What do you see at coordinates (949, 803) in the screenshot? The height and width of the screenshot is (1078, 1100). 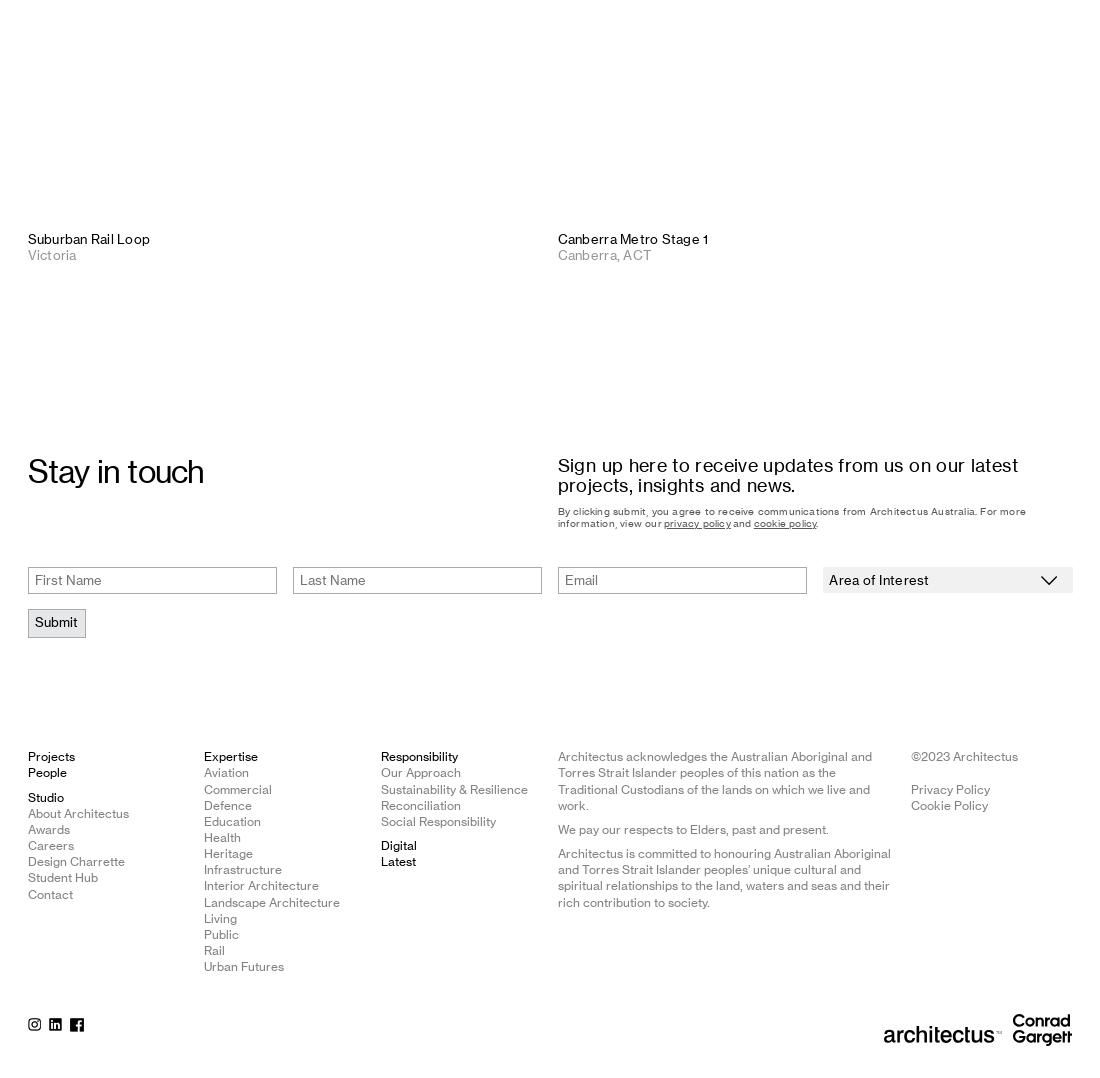 I see `'Cookie Policy'` at bounding box center [949, 803].